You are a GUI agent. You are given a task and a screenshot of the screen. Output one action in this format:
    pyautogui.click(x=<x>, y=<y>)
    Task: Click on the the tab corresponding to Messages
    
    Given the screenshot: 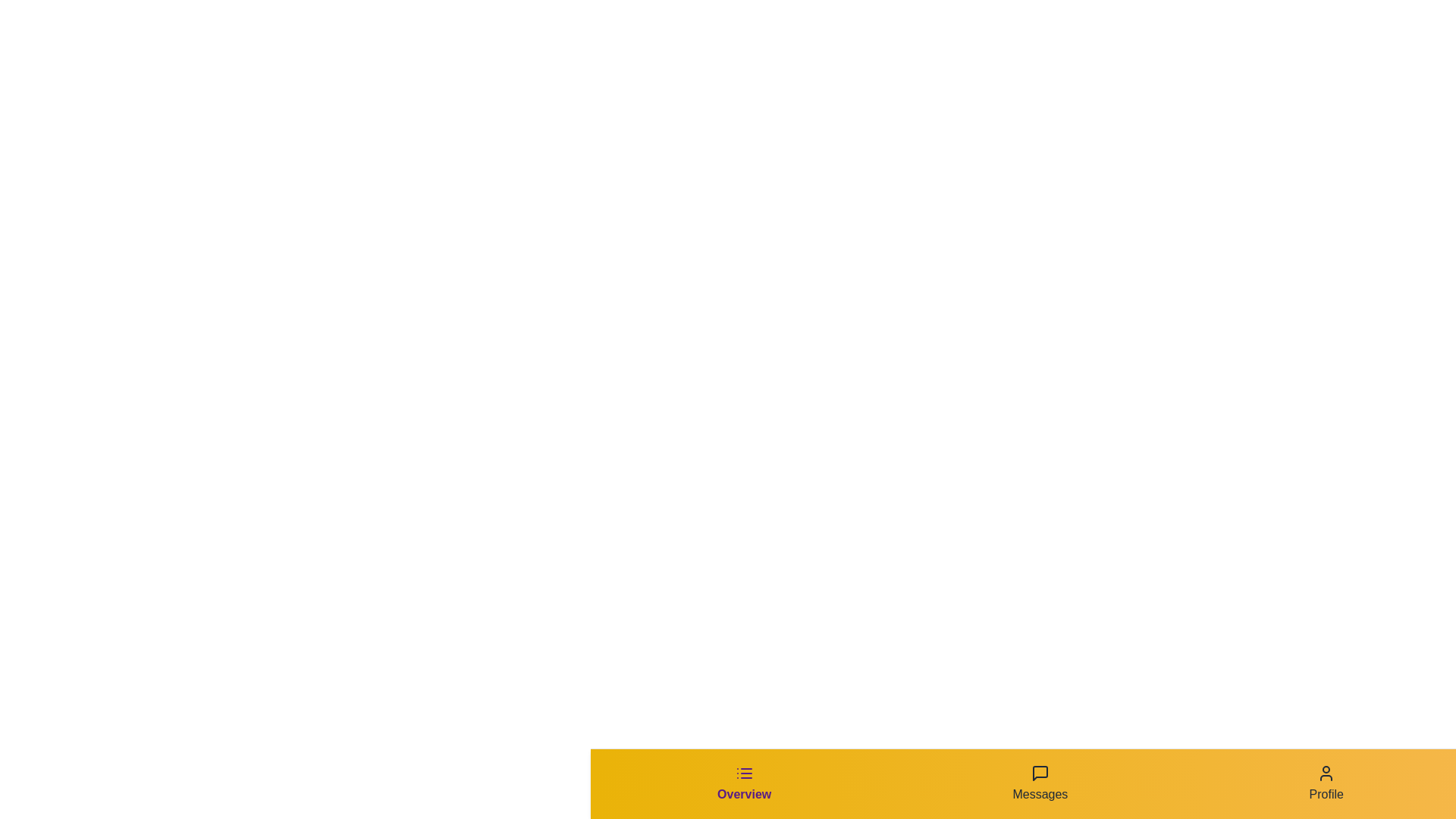 What is the action you would take?
    pyautogui.click(x=1039, y=783)
    